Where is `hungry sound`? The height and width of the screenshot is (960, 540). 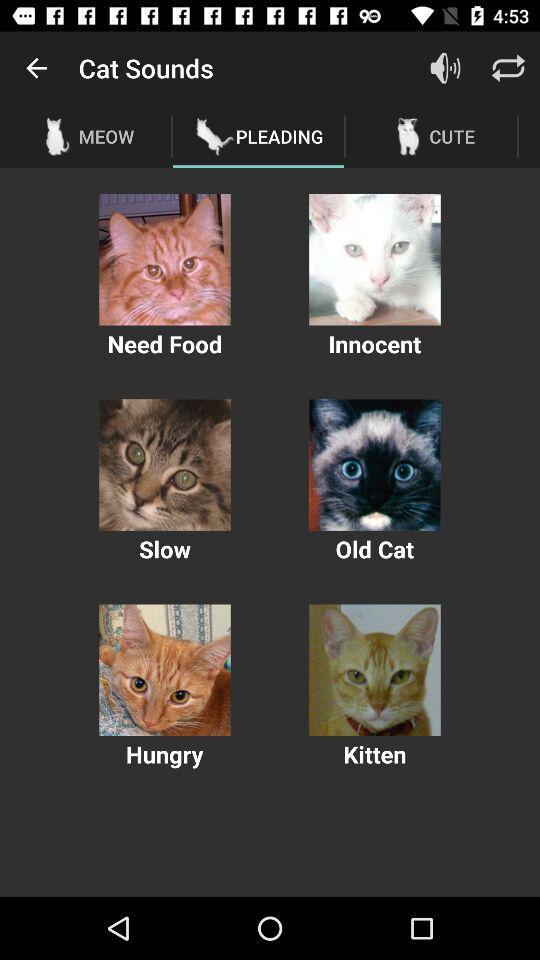 hungry sound is located at coordinates (164, 670).